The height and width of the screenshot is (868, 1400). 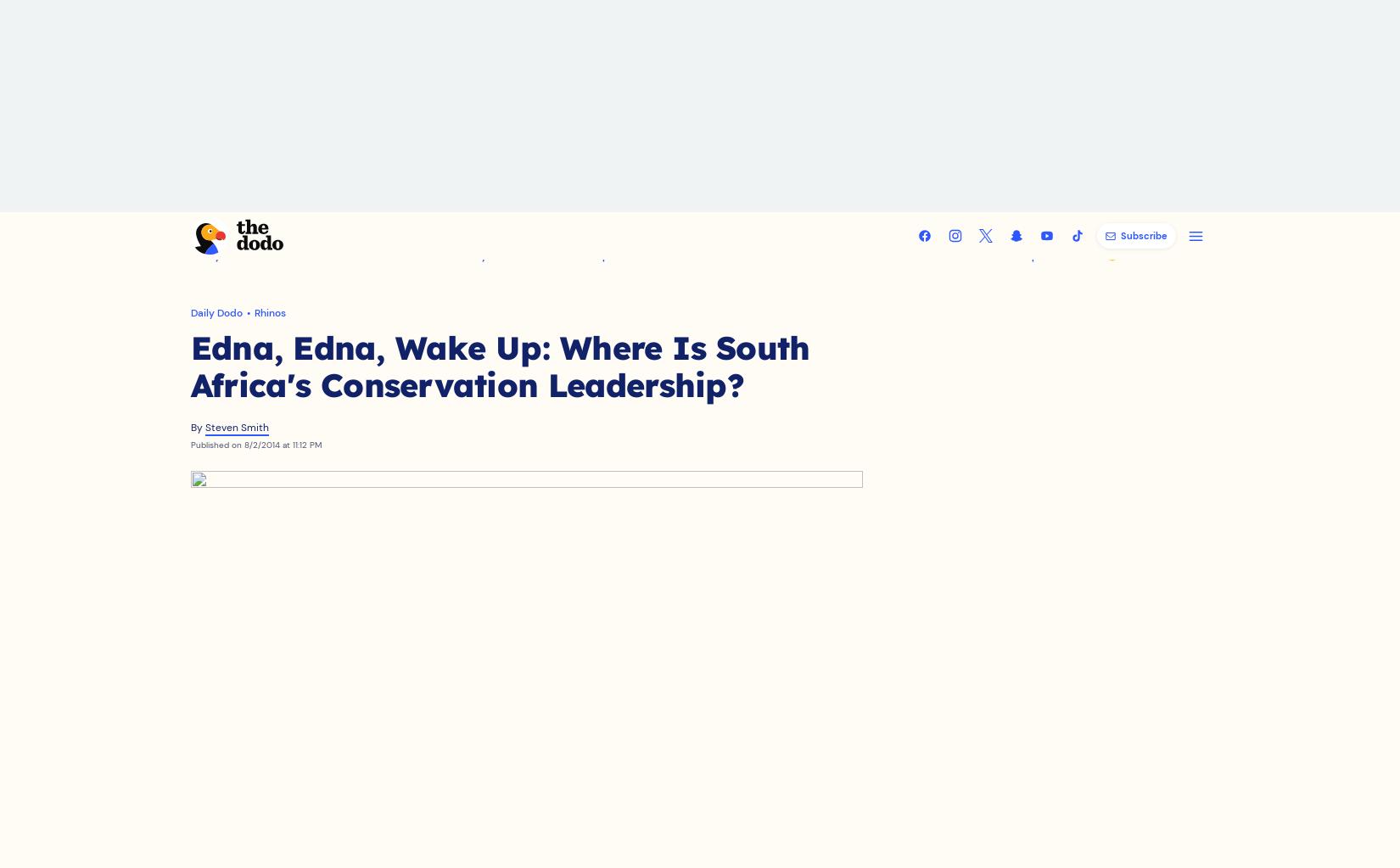 What do you see at coordinates (456, 273) in the screenshot?
I see `'Family Fun'` at bounding box center [456, 273].